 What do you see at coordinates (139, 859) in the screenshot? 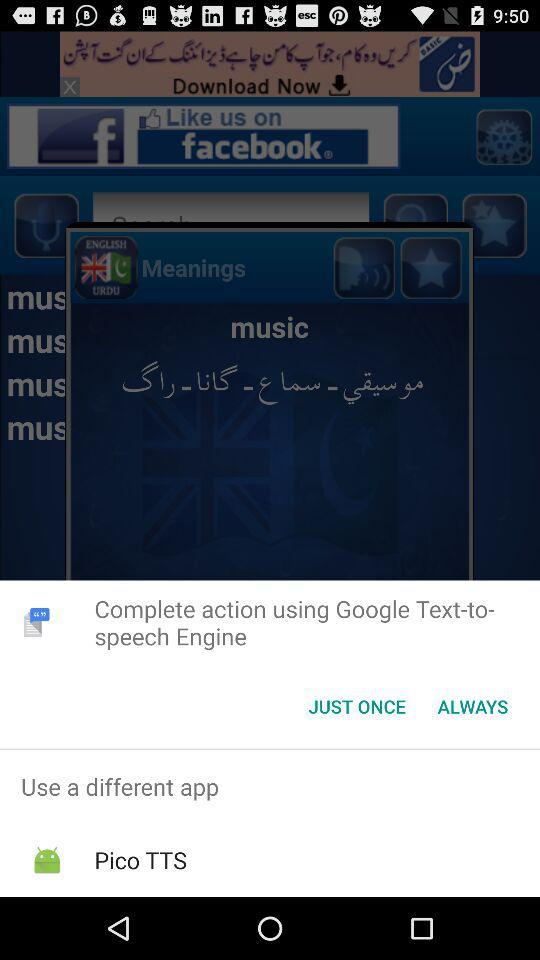
I see `the pico tts app` at bounding box center [139, 859].